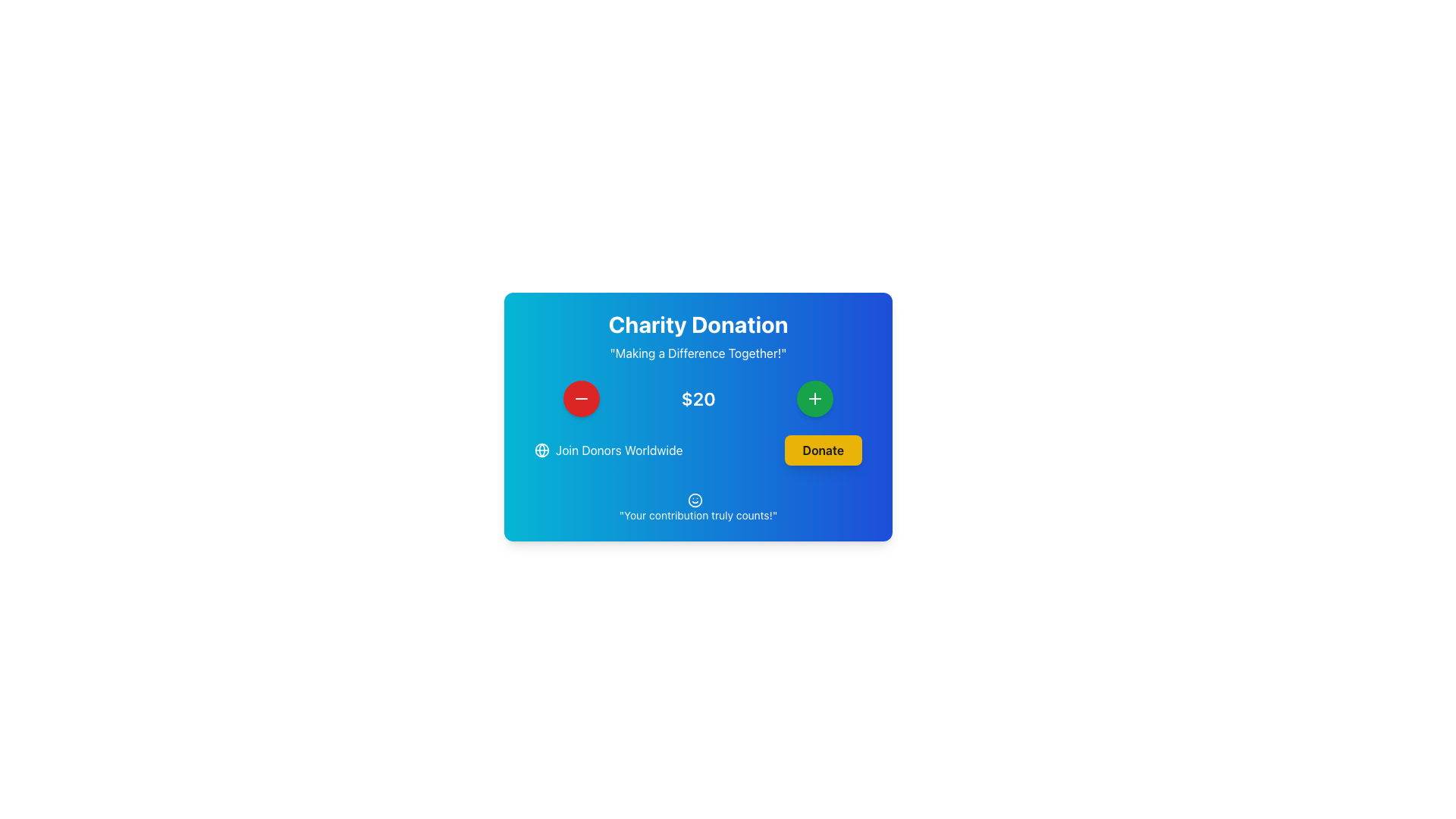 This screenshot has width=1456, height=819. I want to click on the text label displaying the current donation amount, which is centrally positioned in a card with a gradient blue background, to trigger interactivity or tooltips, so click(698, 397).